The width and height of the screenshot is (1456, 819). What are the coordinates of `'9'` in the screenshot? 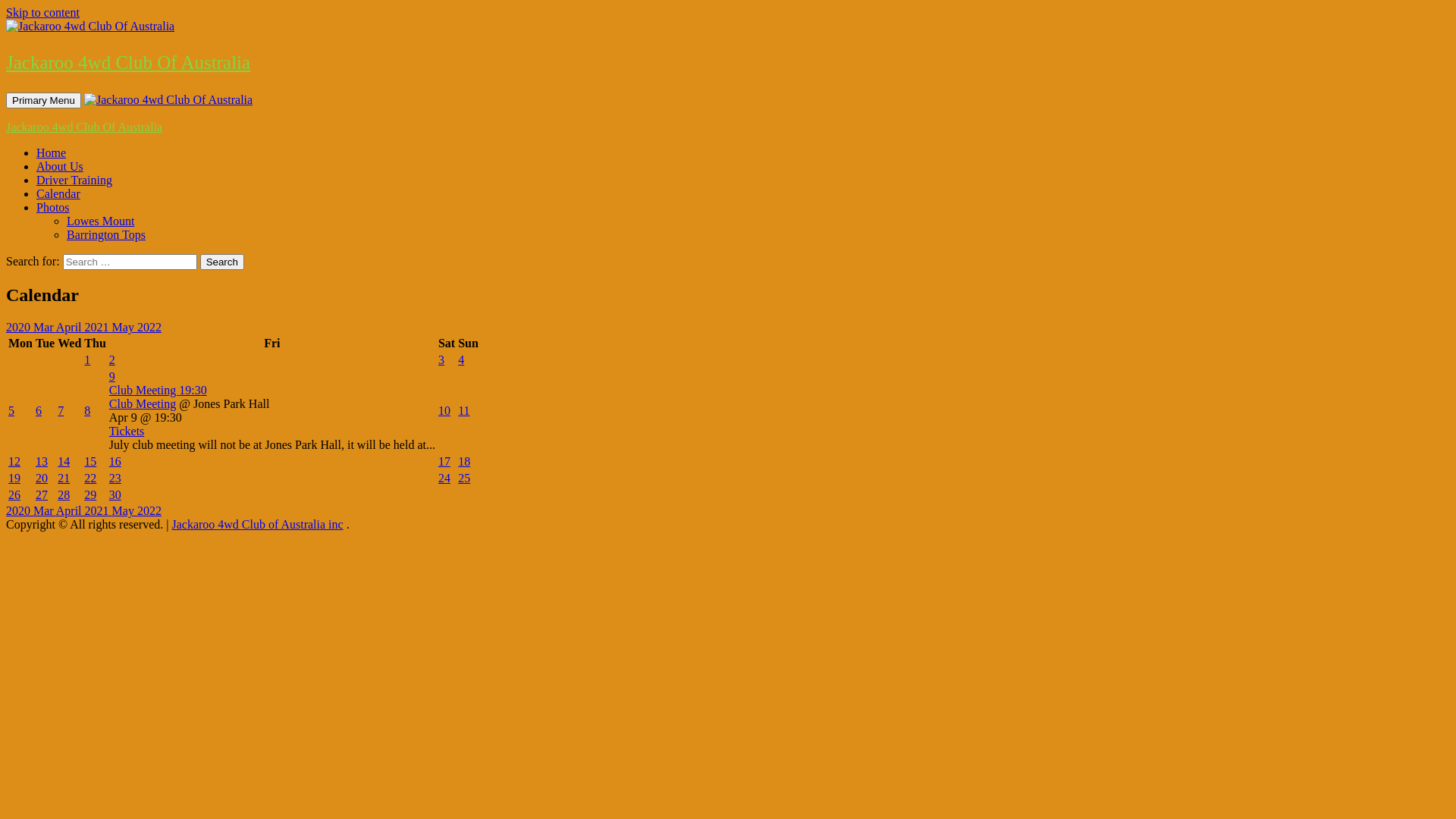 It's located at (111, 375).